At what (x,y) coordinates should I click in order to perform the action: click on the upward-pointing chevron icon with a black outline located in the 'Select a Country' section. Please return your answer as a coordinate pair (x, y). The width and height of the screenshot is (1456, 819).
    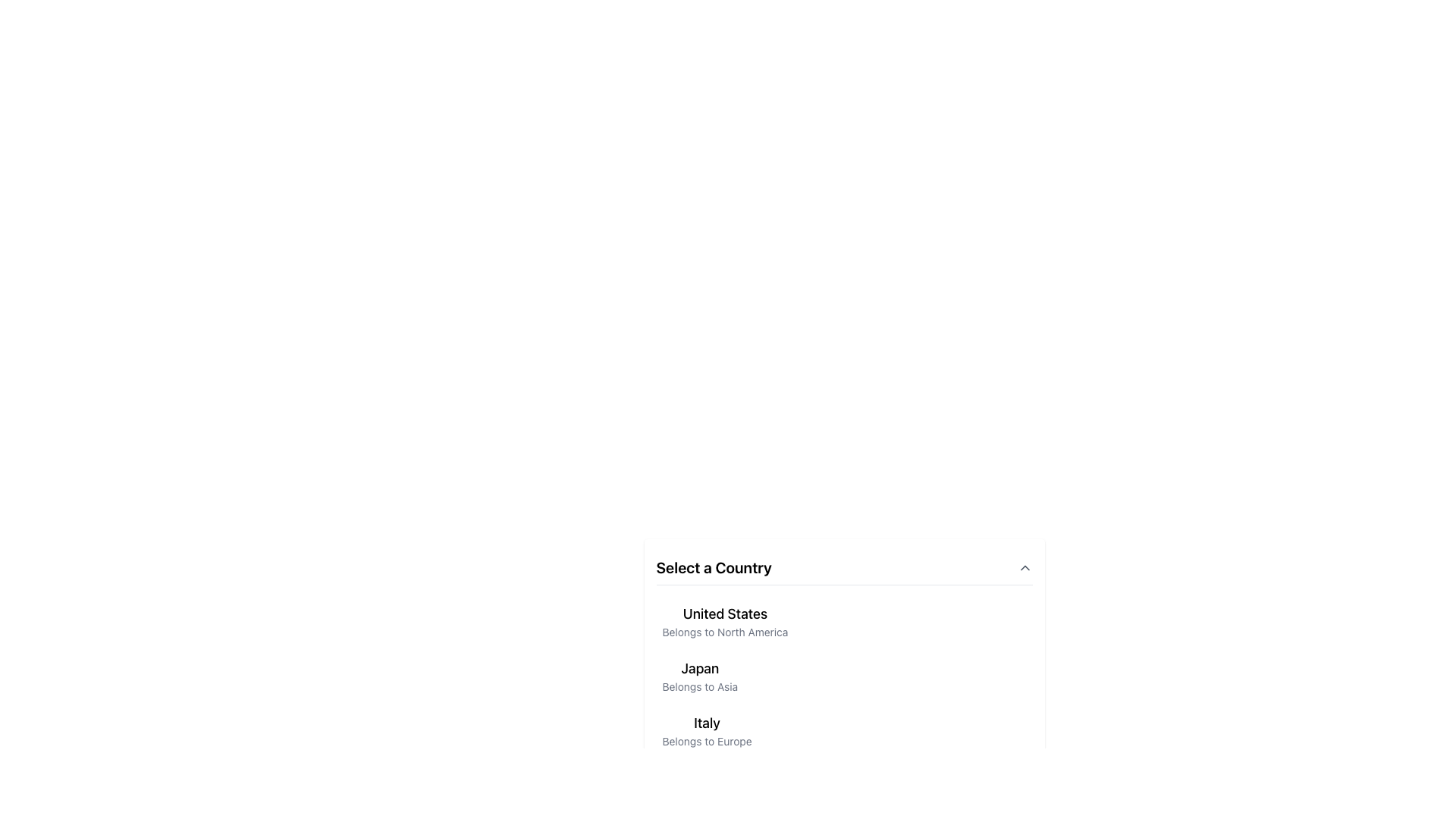
    Looking at the image, I should click on (1025, 567).